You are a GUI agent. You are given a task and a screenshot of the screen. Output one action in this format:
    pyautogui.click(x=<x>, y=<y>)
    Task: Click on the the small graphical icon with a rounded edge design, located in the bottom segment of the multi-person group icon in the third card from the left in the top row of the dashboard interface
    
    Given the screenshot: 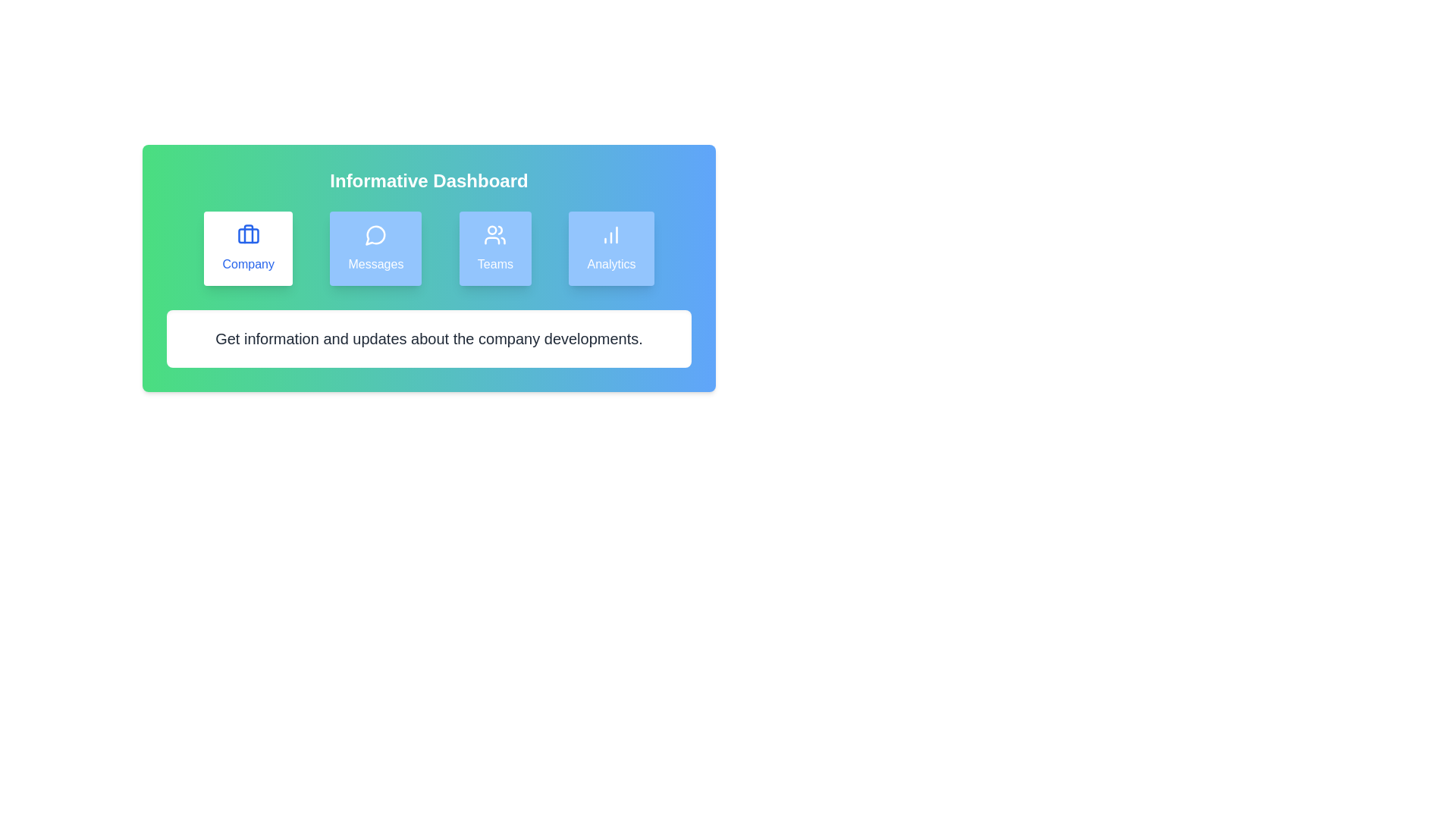 What is the action you would take?
    pyautogui.click(x=492, y=240)
    